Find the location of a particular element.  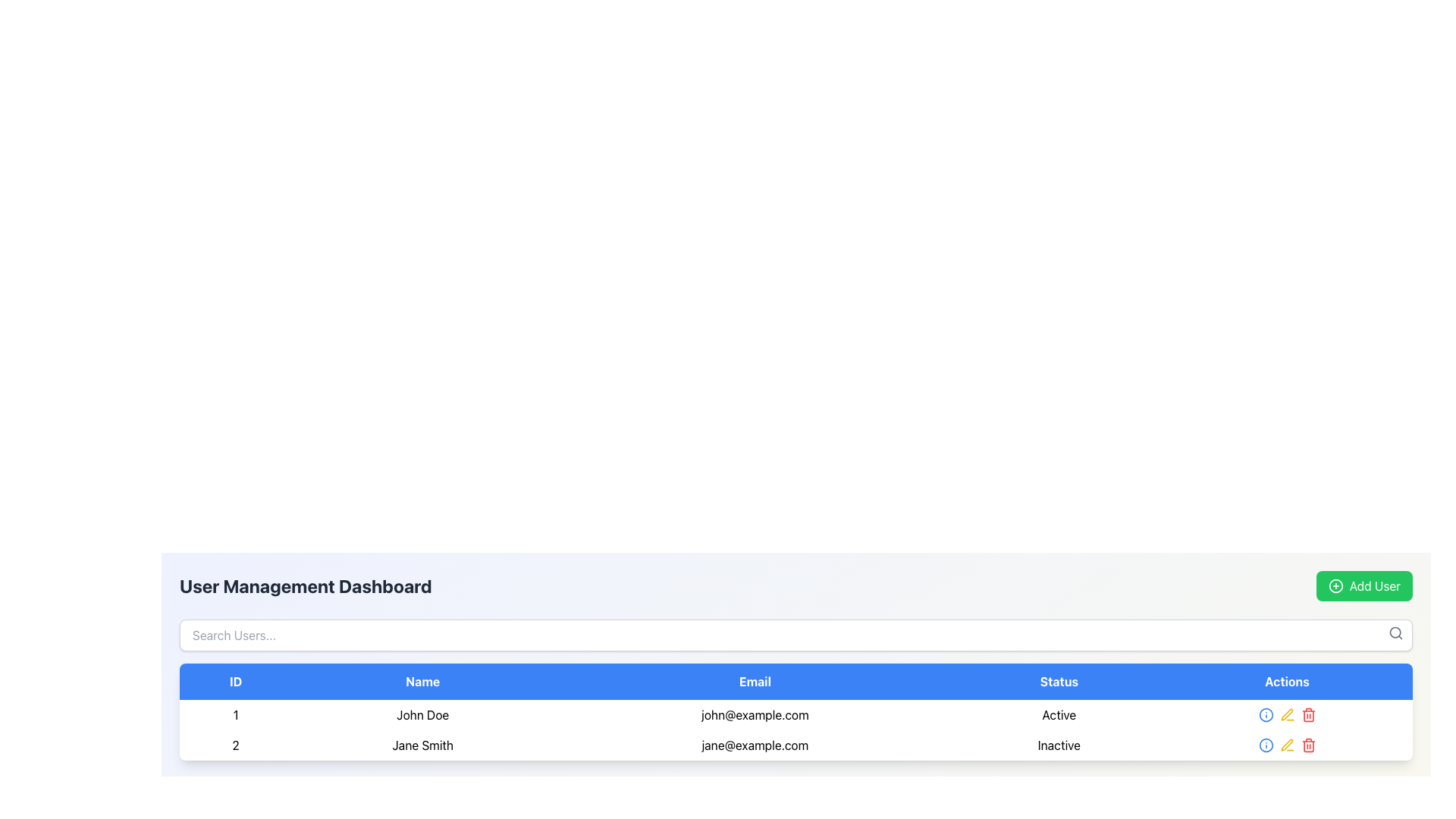

the text label displaying the email address for user 'Jane Smith', which is located in the 'Email' column of the table is located at coordinates (755, 745).